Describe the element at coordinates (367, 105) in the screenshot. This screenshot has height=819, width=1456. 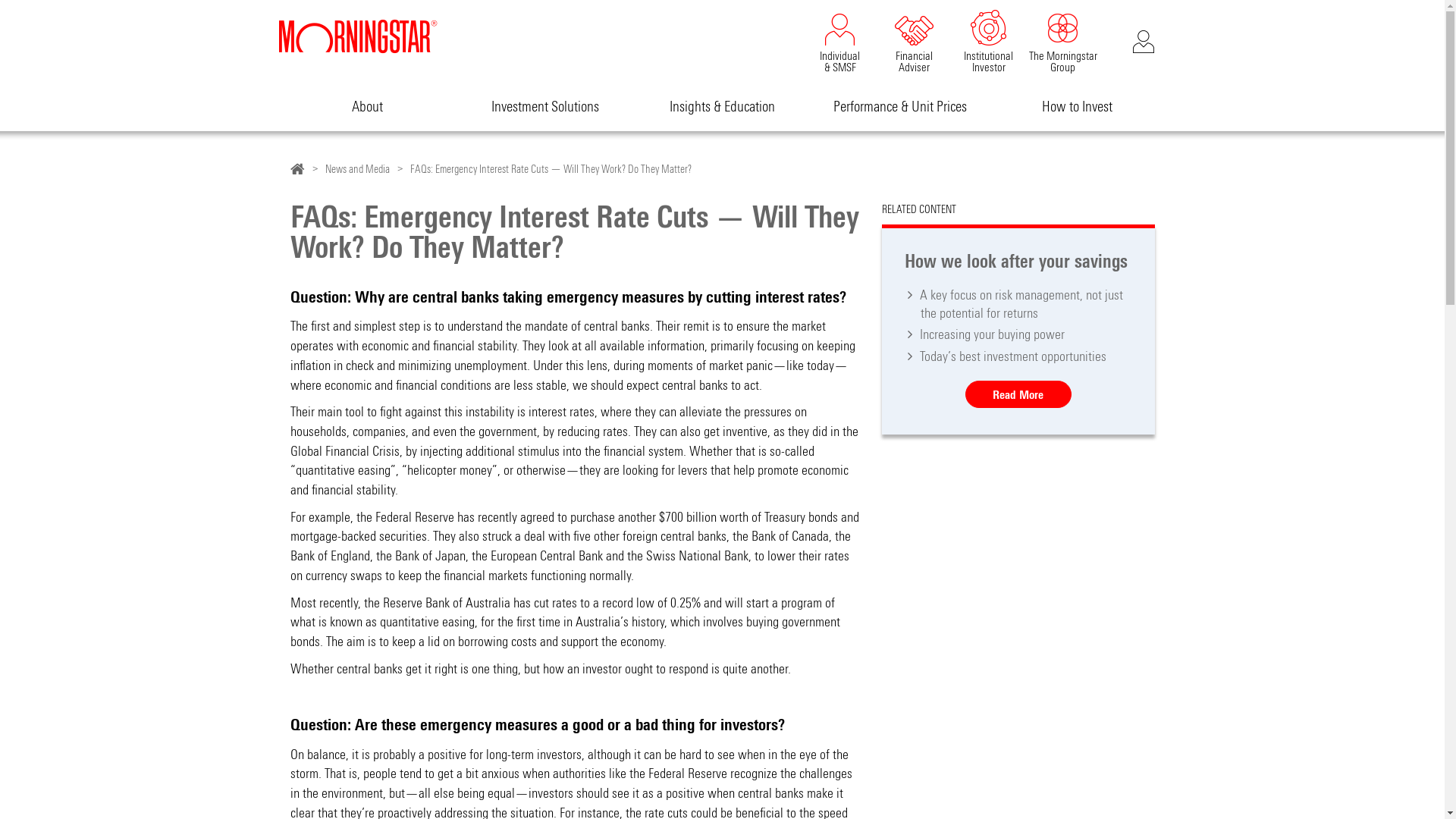
I see `'About'` at that location.